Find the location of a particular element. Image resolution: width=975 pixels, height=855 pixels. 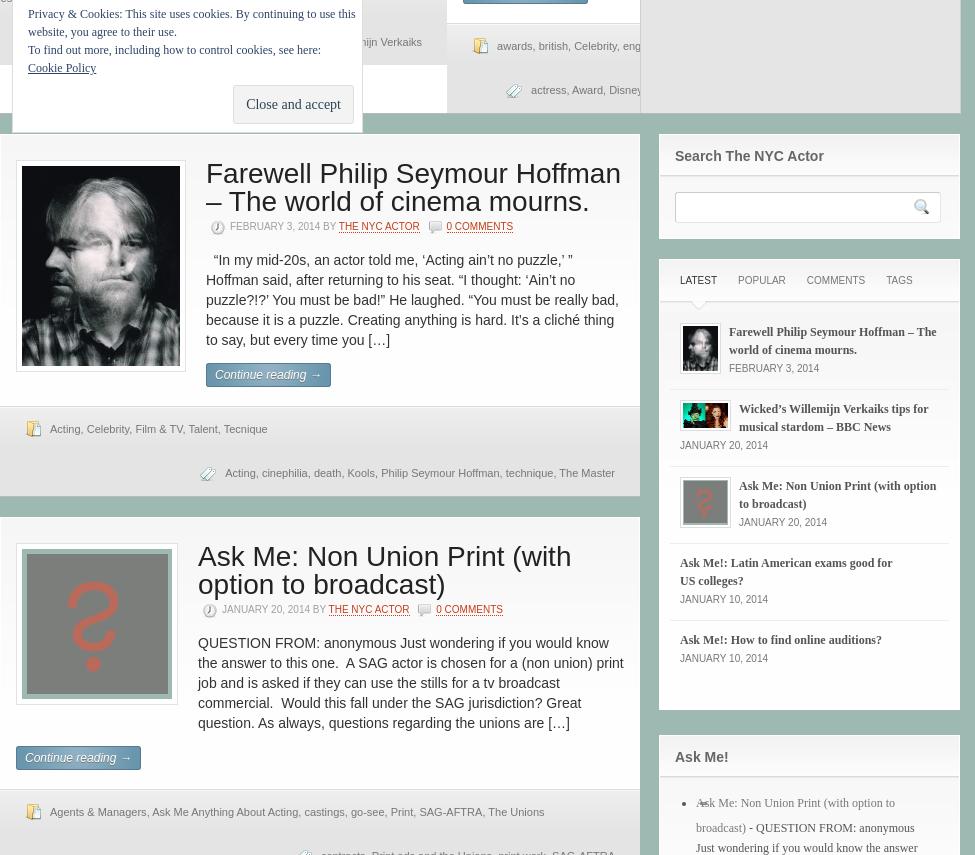

'Tags' is located at coordinates (898, 280).